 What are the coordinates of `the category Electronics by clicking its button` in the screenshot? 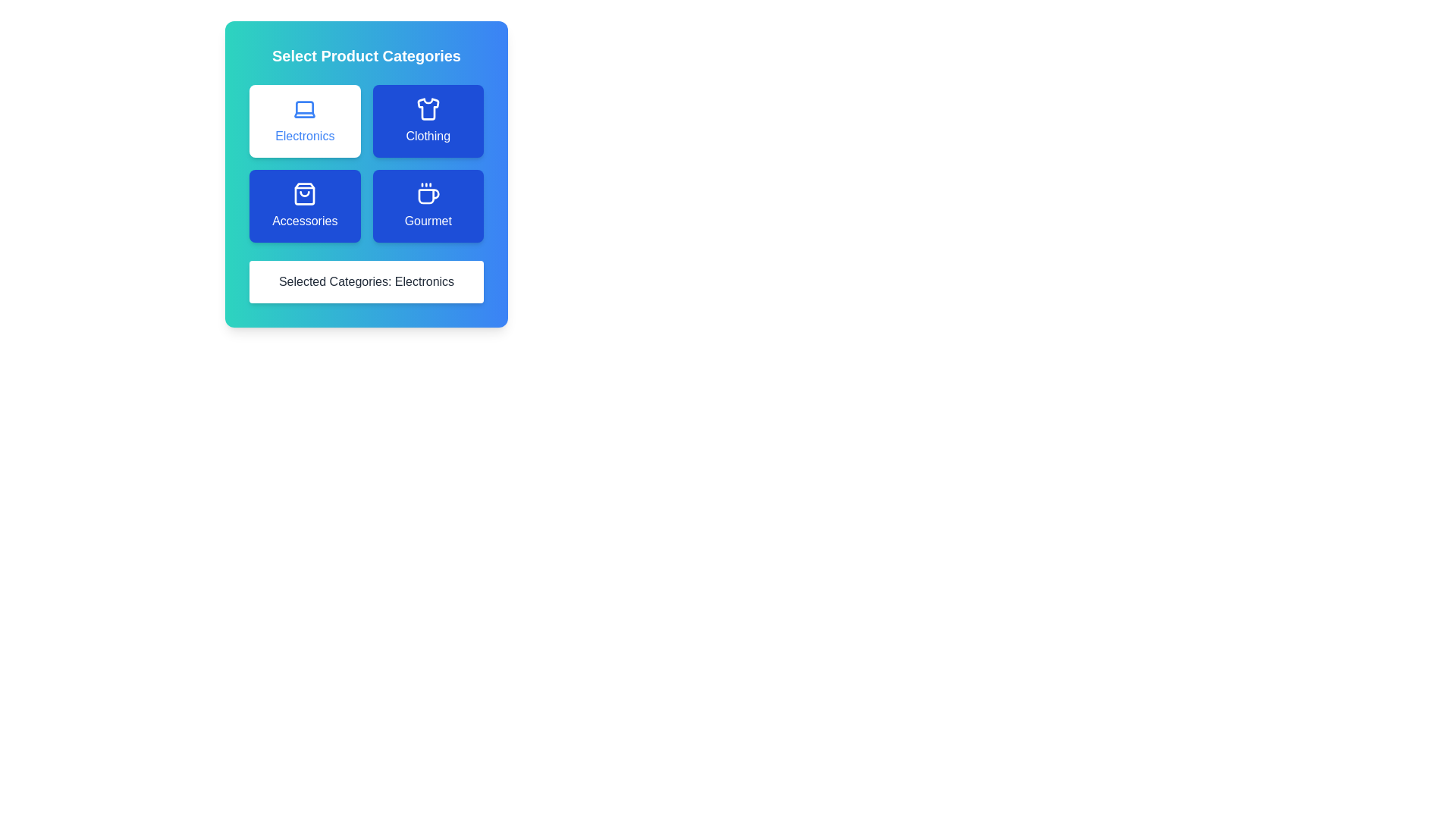 It's located at (304, 120).